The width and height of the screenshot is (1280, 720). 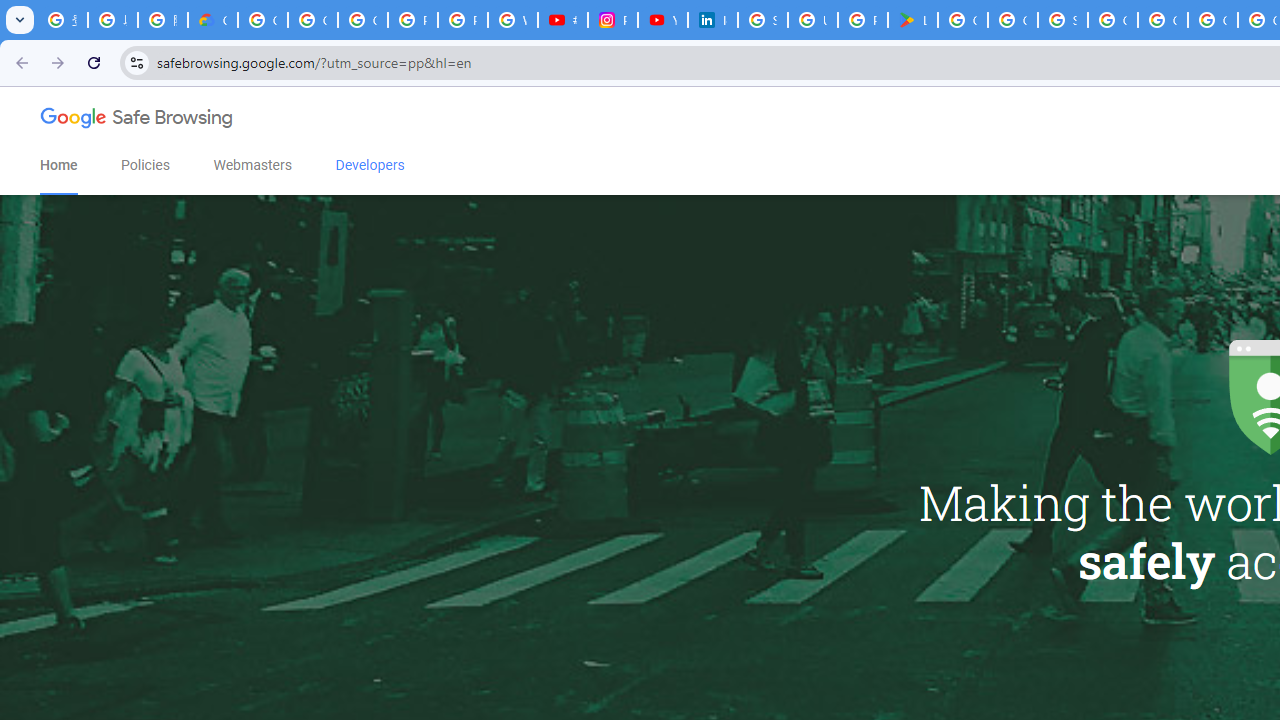 What do you see at coordinates (251, 164) in the screenshot?
I see `'Webmasters'` at bounding box center [251, 164].